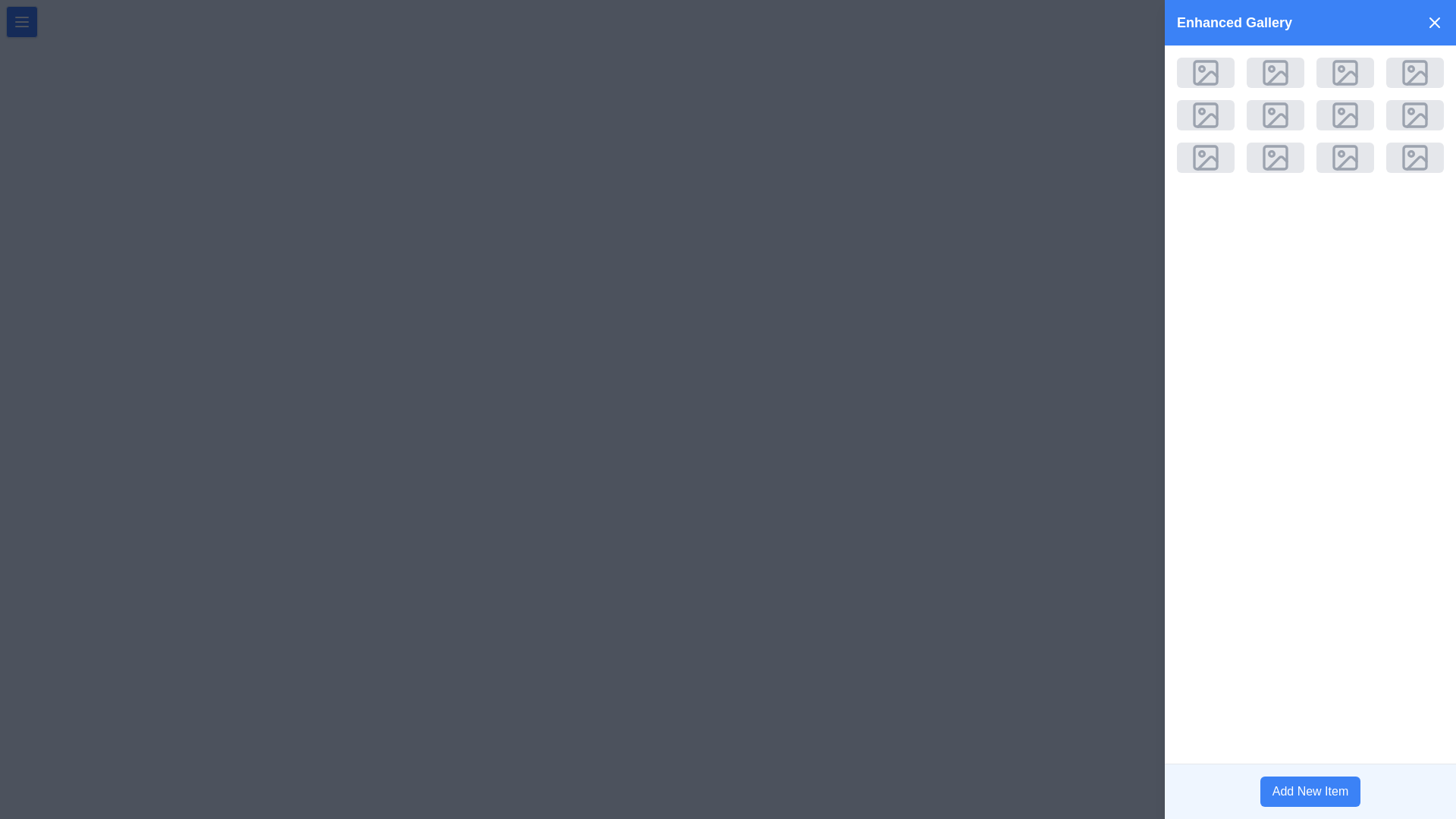 Image resolution: width=1456 pixels, height=819 pixels. What do you see at coordinates (1414, 158) in the screenshot?
I see `the image placeholder located in the bottom-right corner of the grid layout` at bounding box center [1414, 158].